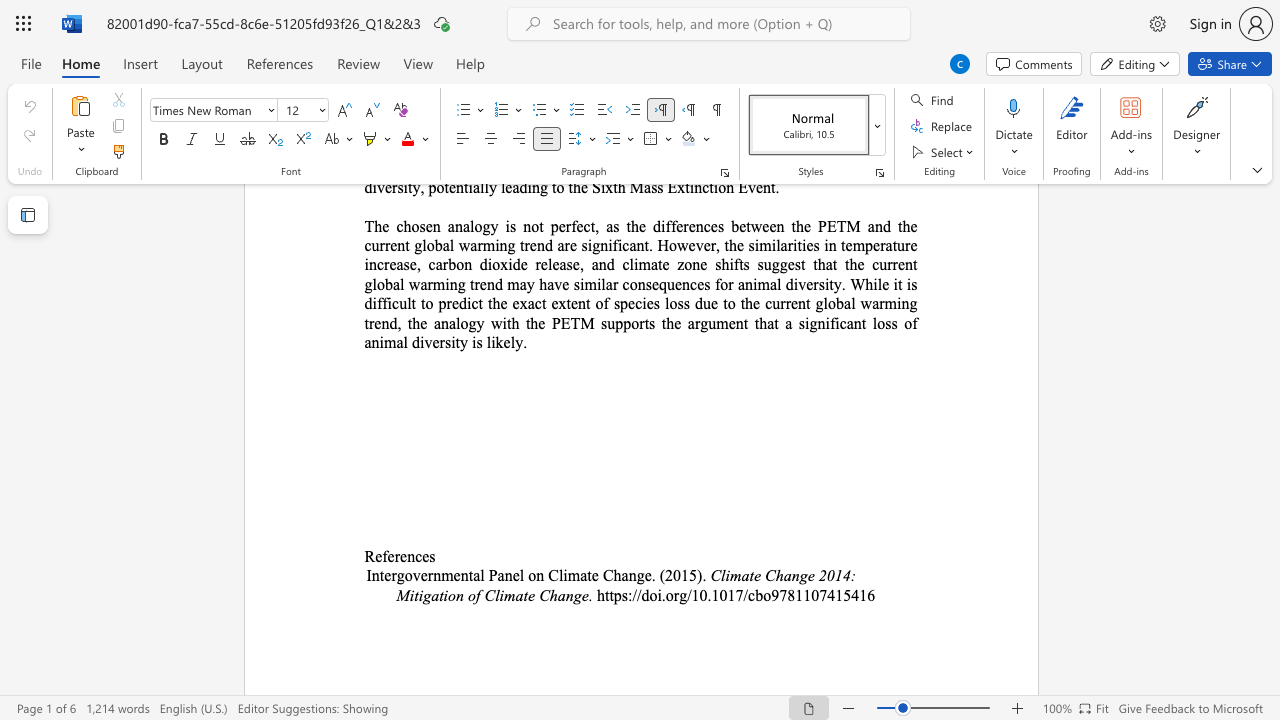  Describe the element at coordinates (651, 575) in the screenshot. I see `the space between the continuous character "e" and "." in the text` at that location.